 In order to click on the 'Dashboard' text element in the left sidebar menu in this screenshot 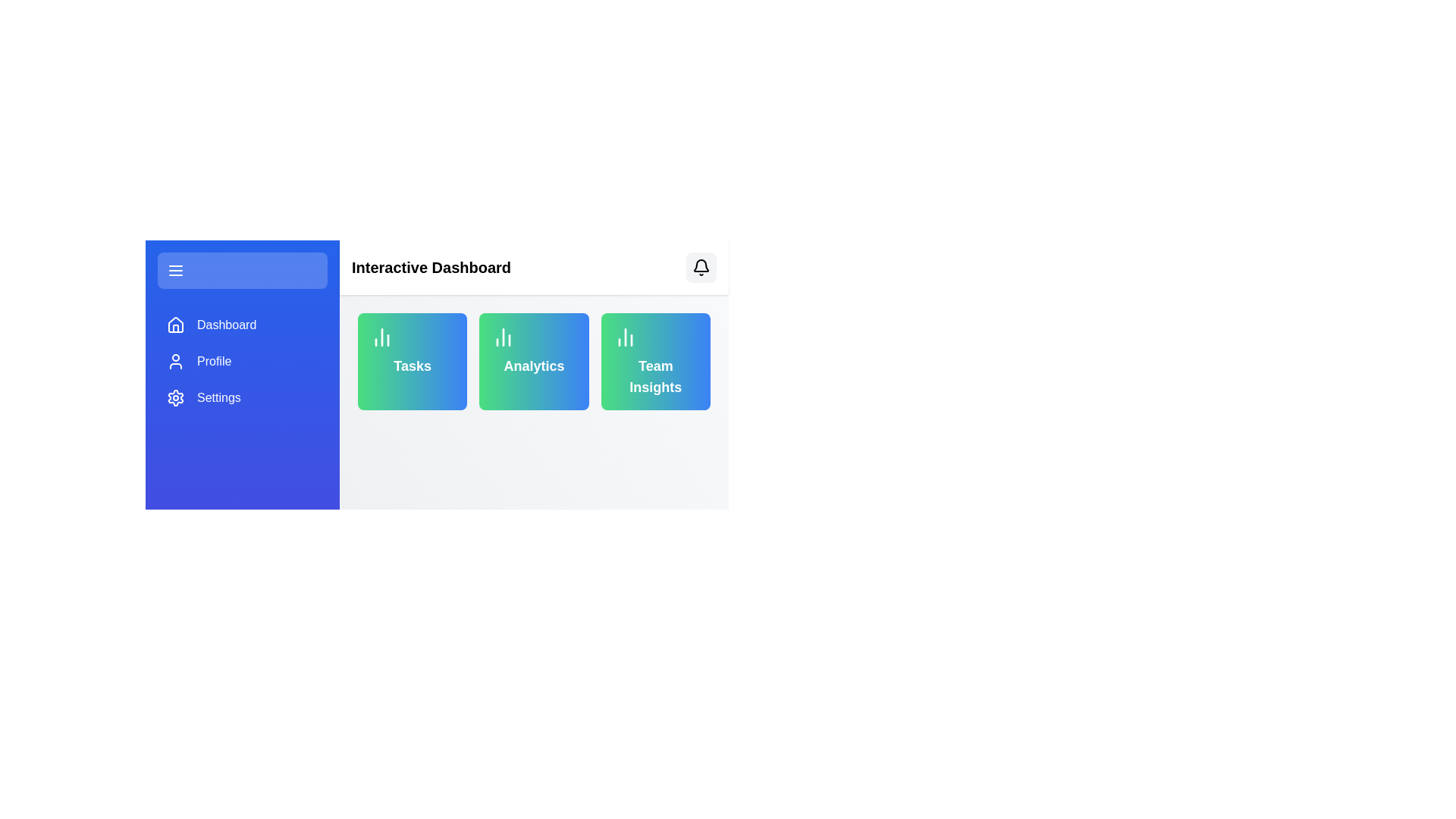, I will do `click(226, 324)`.